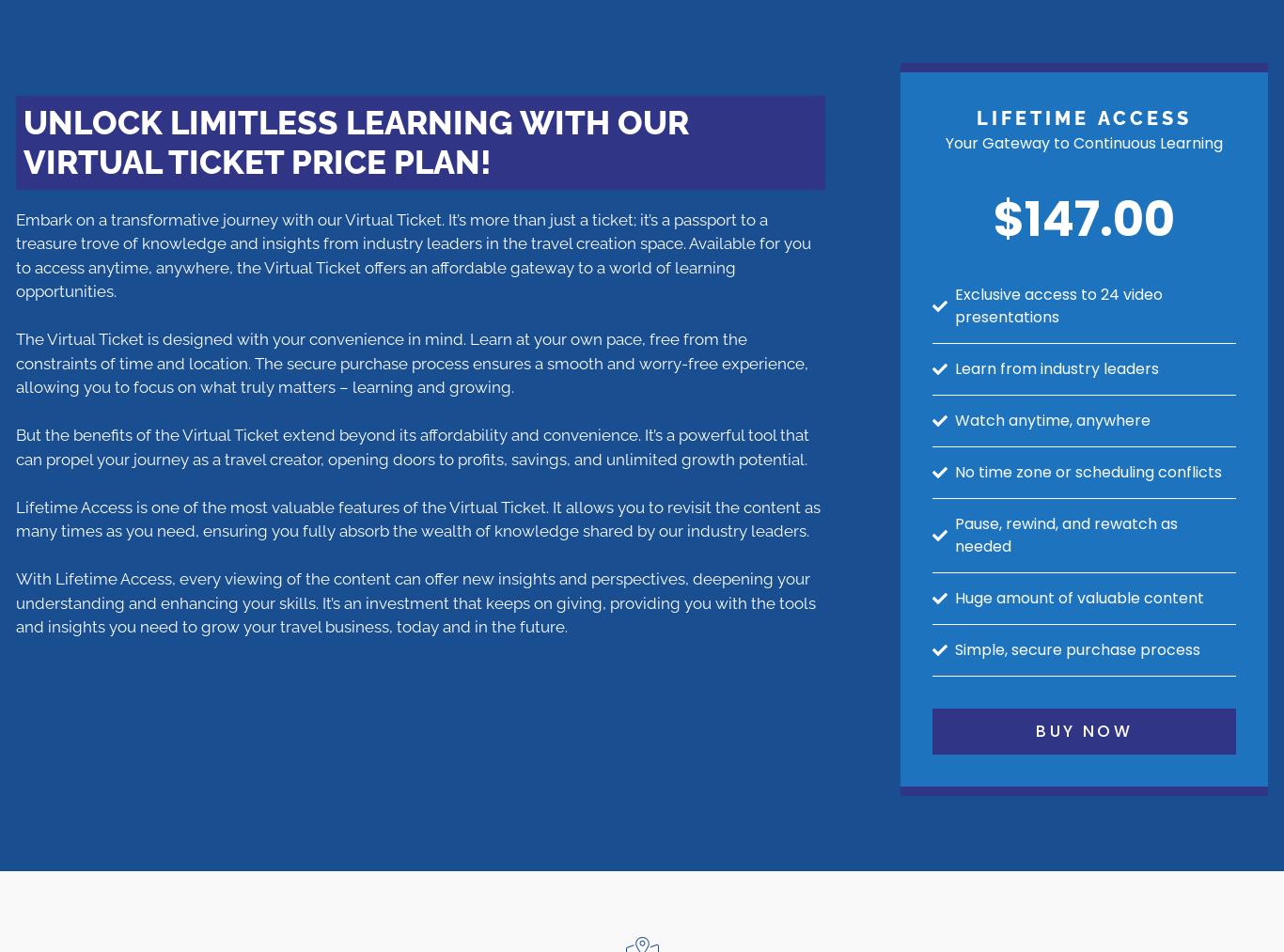 The image size is (1284, 952). I want to click on 'lifetime Access', so click(1084, 117).